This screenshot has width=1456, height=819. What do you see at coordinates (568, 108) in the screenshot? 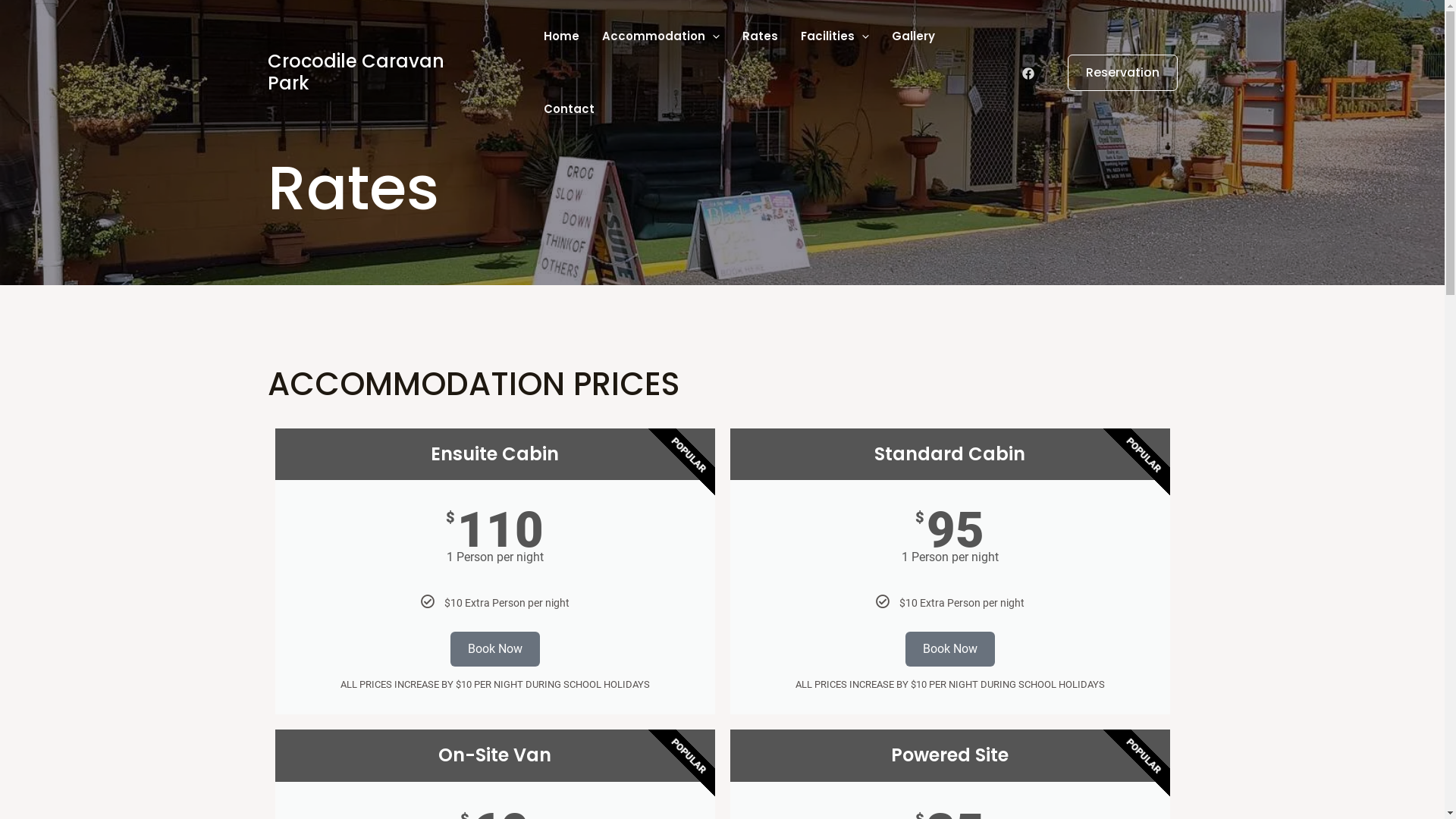
I see `'Contact'` at bounding box center [568, 108].